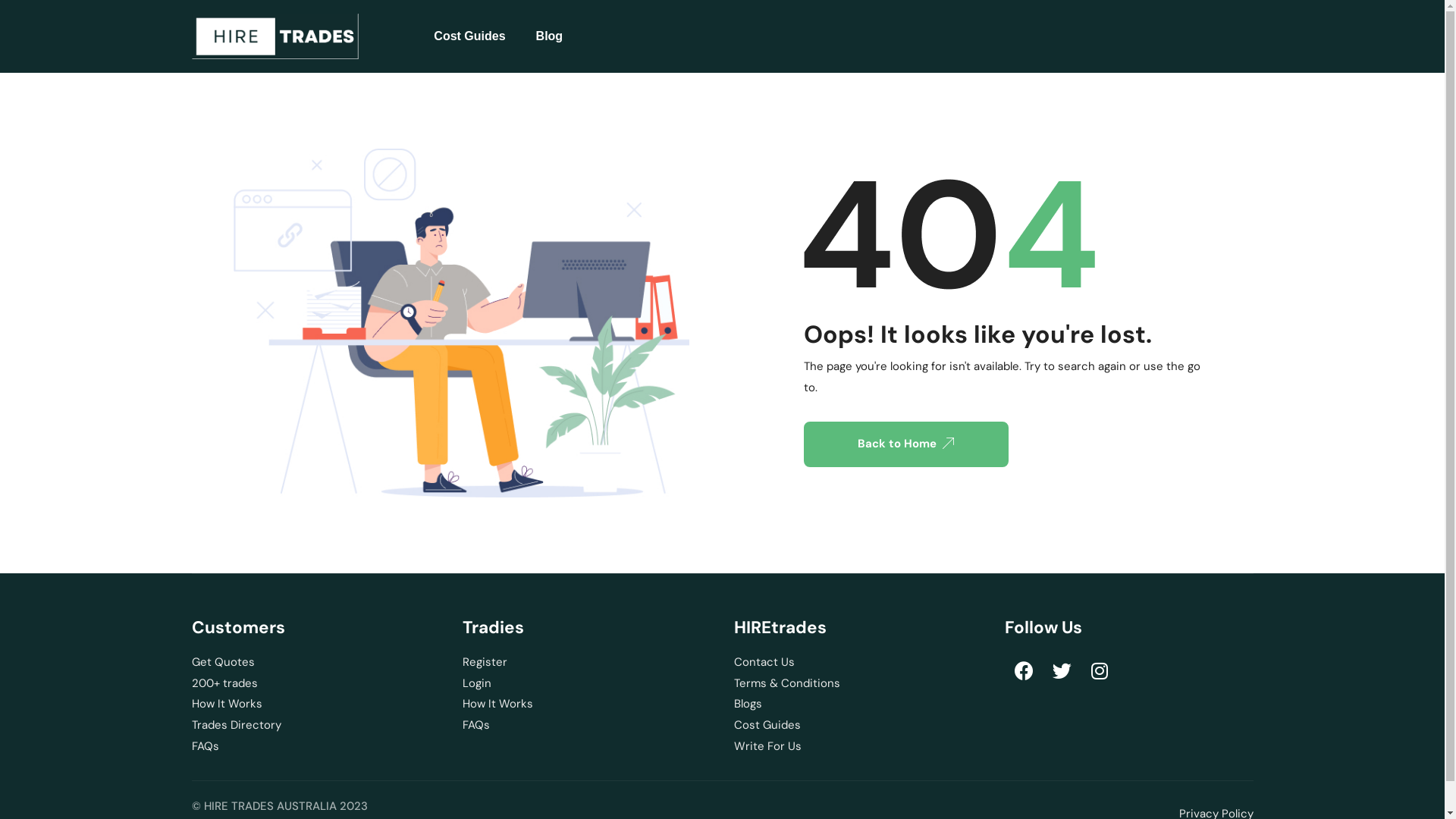 The width and height of the screenshot is (1456, 819). What do you see at coordinates (548, 35) in the screenshot?
I see `'Blog'` at bounding box center [548, 35].